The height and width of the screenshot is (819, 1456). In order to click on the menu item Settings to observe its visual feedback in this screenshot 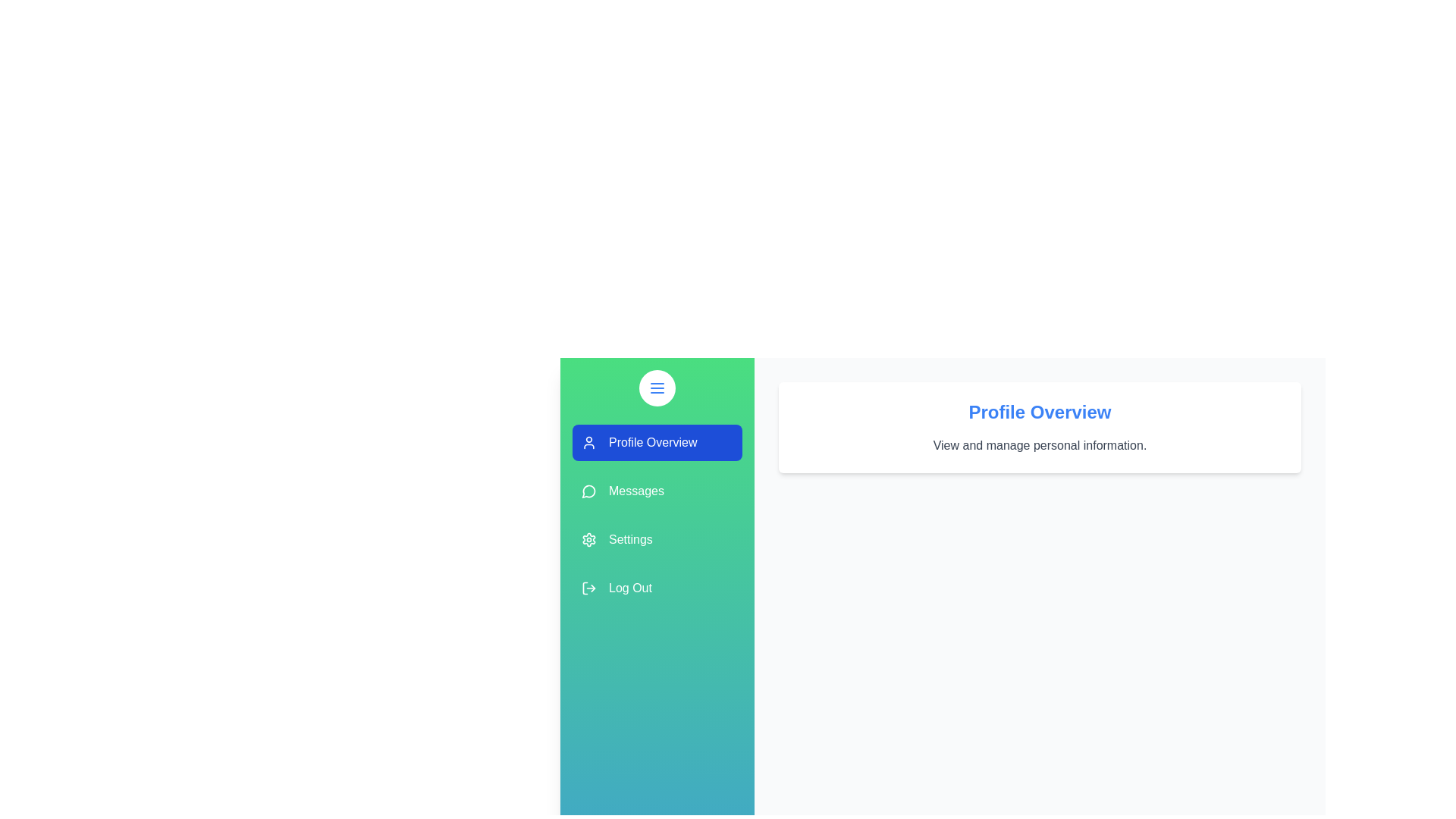, I will do `click(657, 539)`.